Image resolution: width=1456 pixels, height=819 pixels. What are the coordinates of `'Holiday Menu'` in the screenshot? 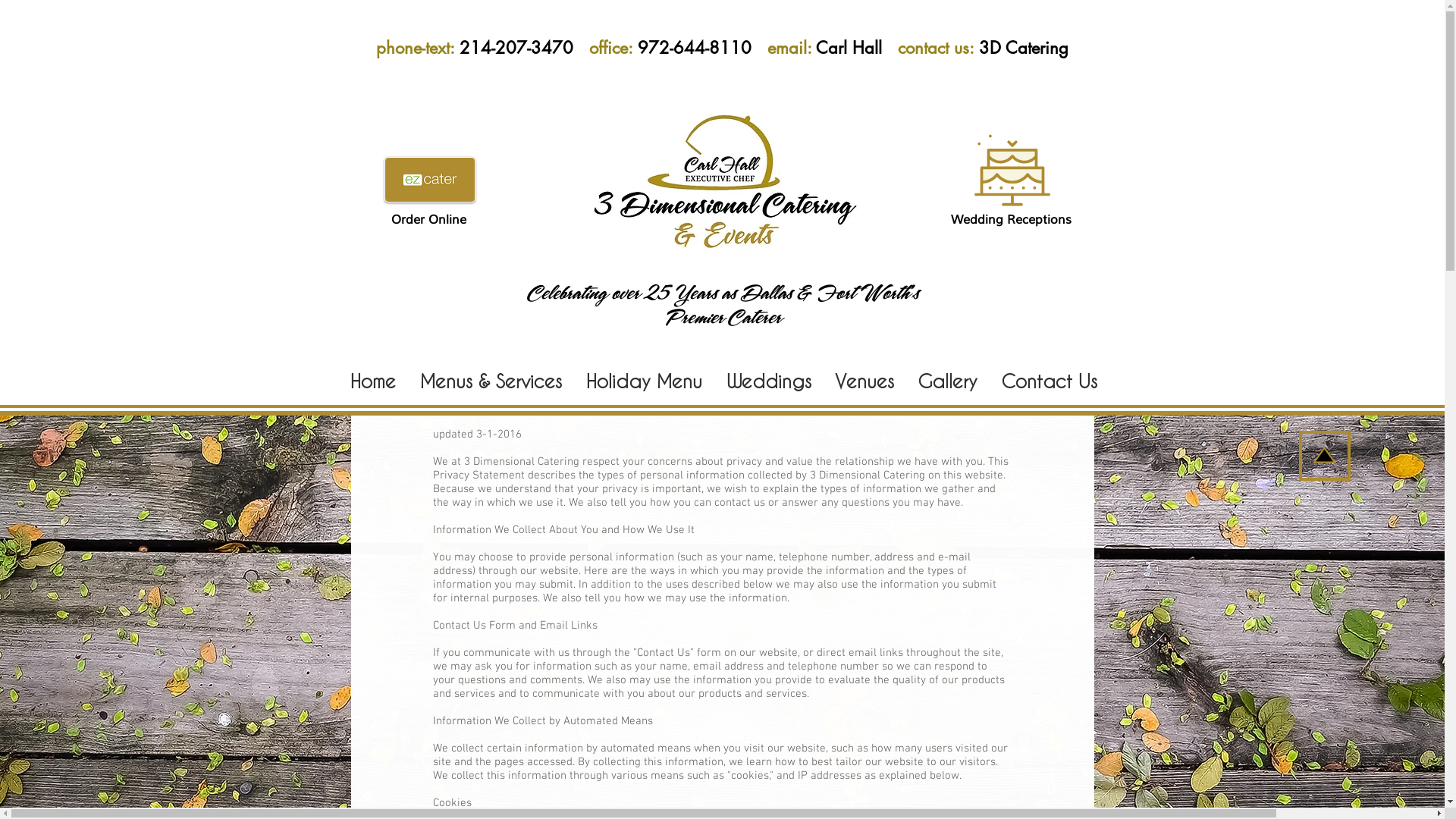 It's located at (644, 379).